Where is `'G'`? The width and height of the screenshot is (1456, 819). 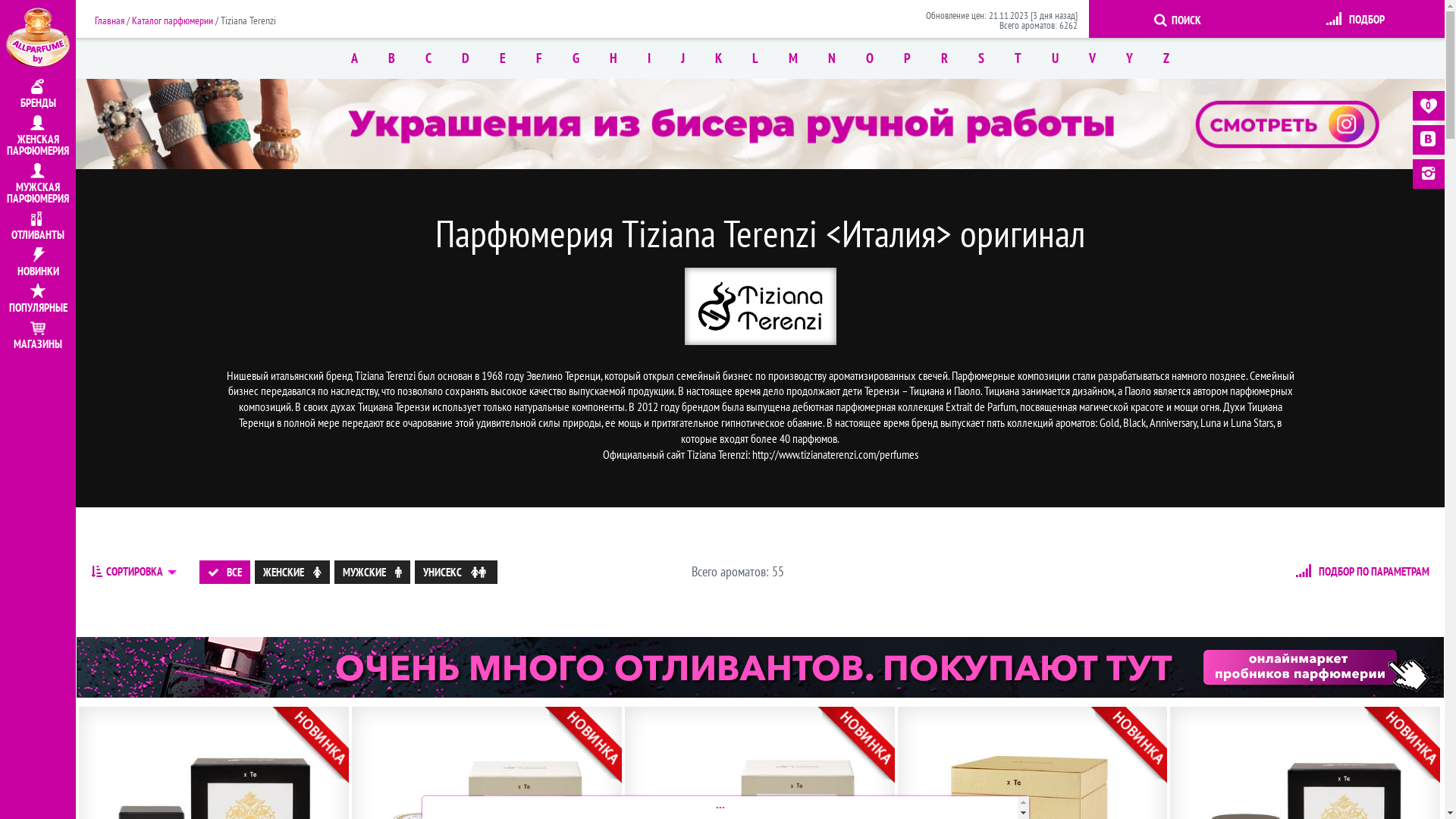 'G' is located at coordinates (575, 58).